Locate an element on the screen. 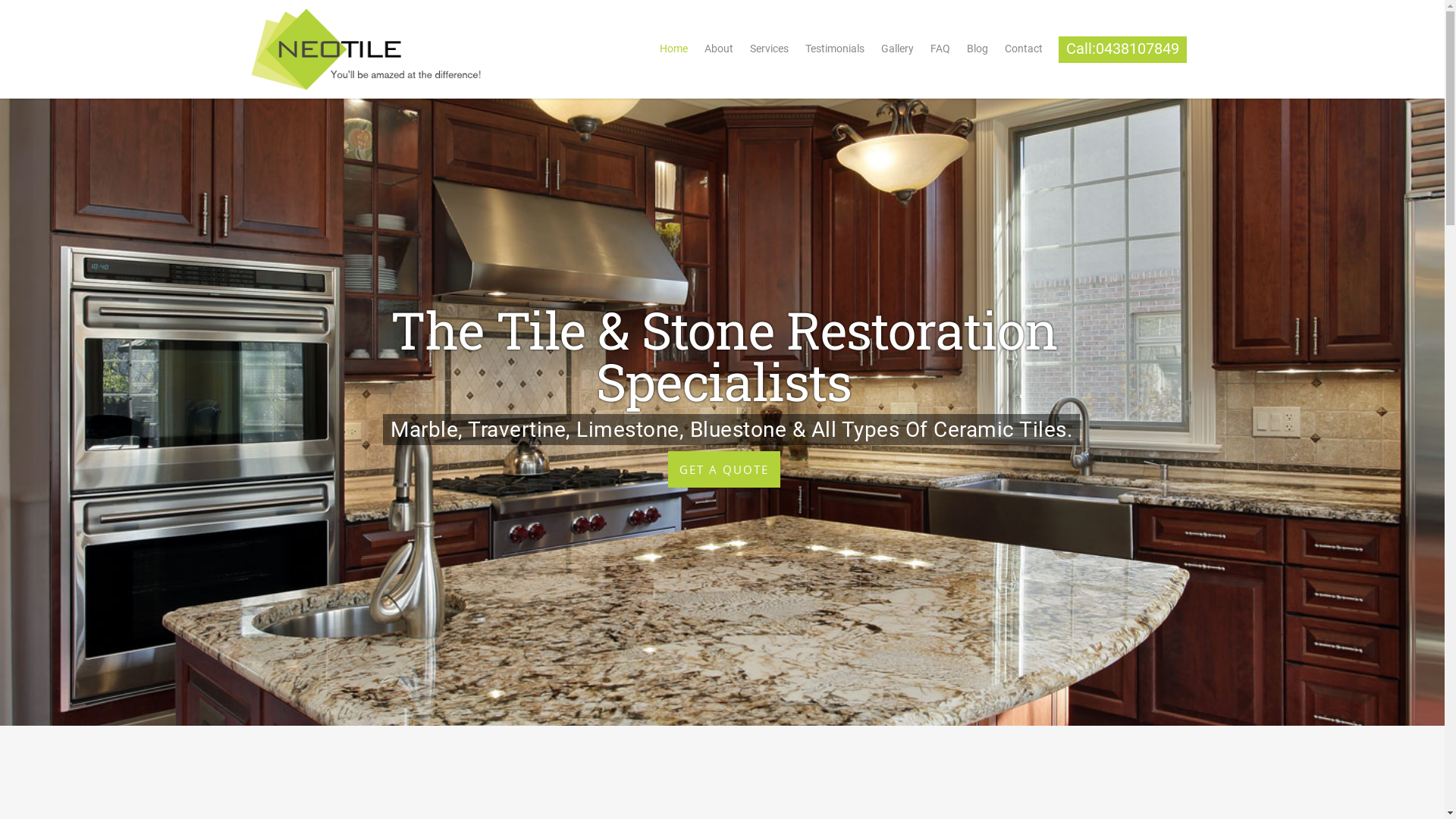  'About' is located at coordinates (718, 52).